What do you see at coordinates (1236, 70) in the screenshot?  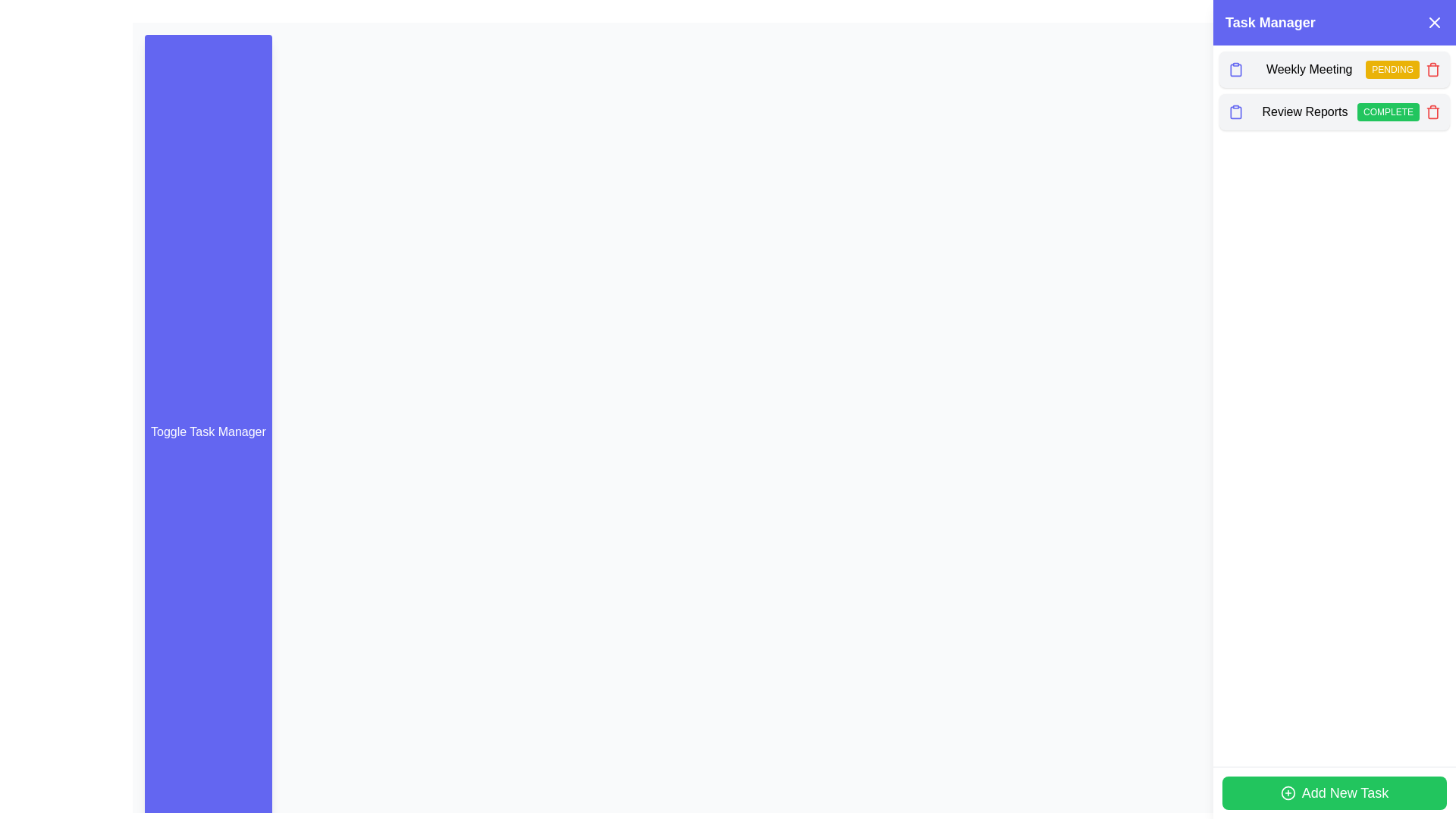 I see `the first icon representing the 'Weekly Meeting' entry in the task list of the 'Task Manager' panel` at bounding box center [1236, 70].